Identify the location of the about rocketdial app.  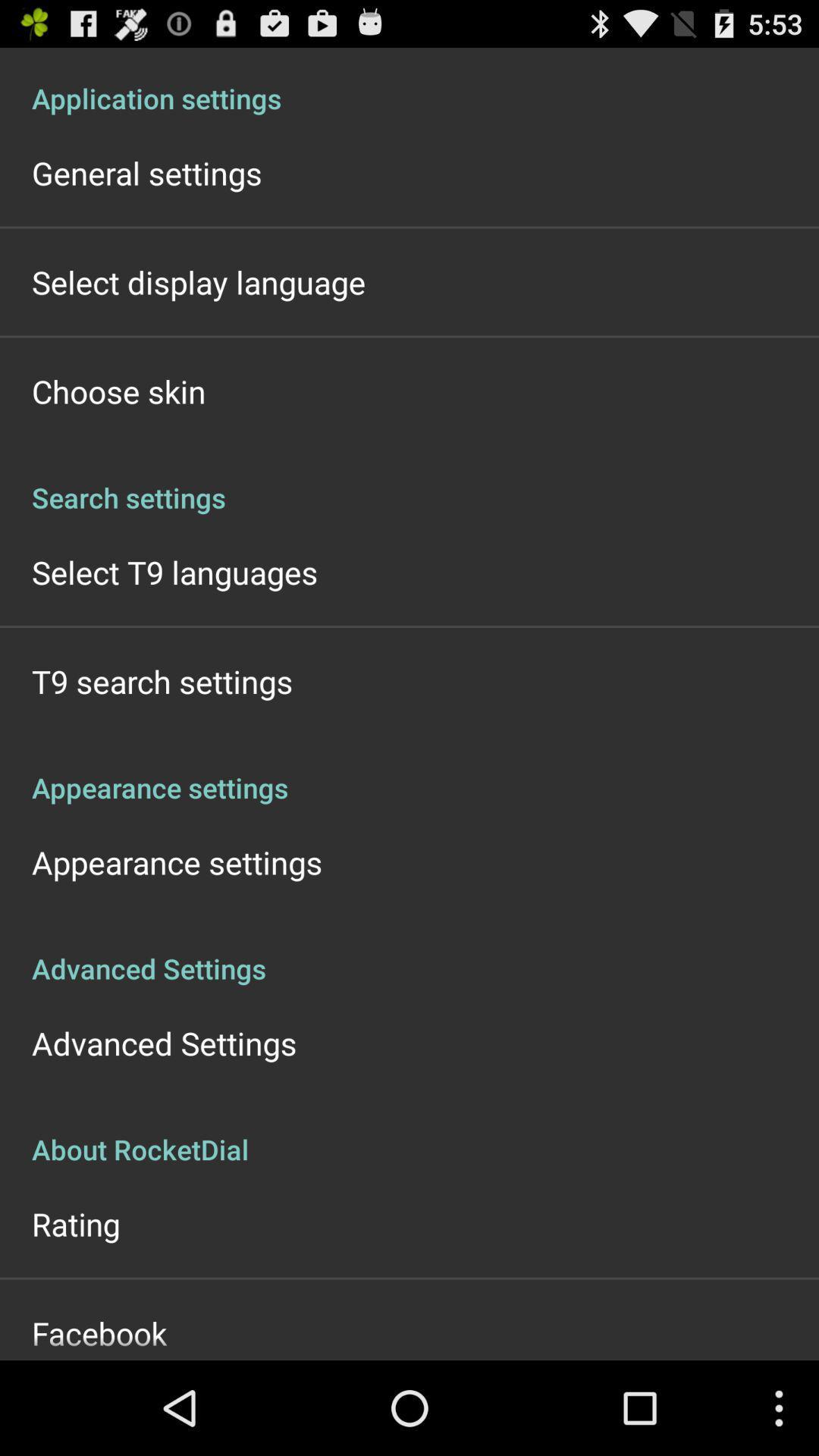
(409, 1133).